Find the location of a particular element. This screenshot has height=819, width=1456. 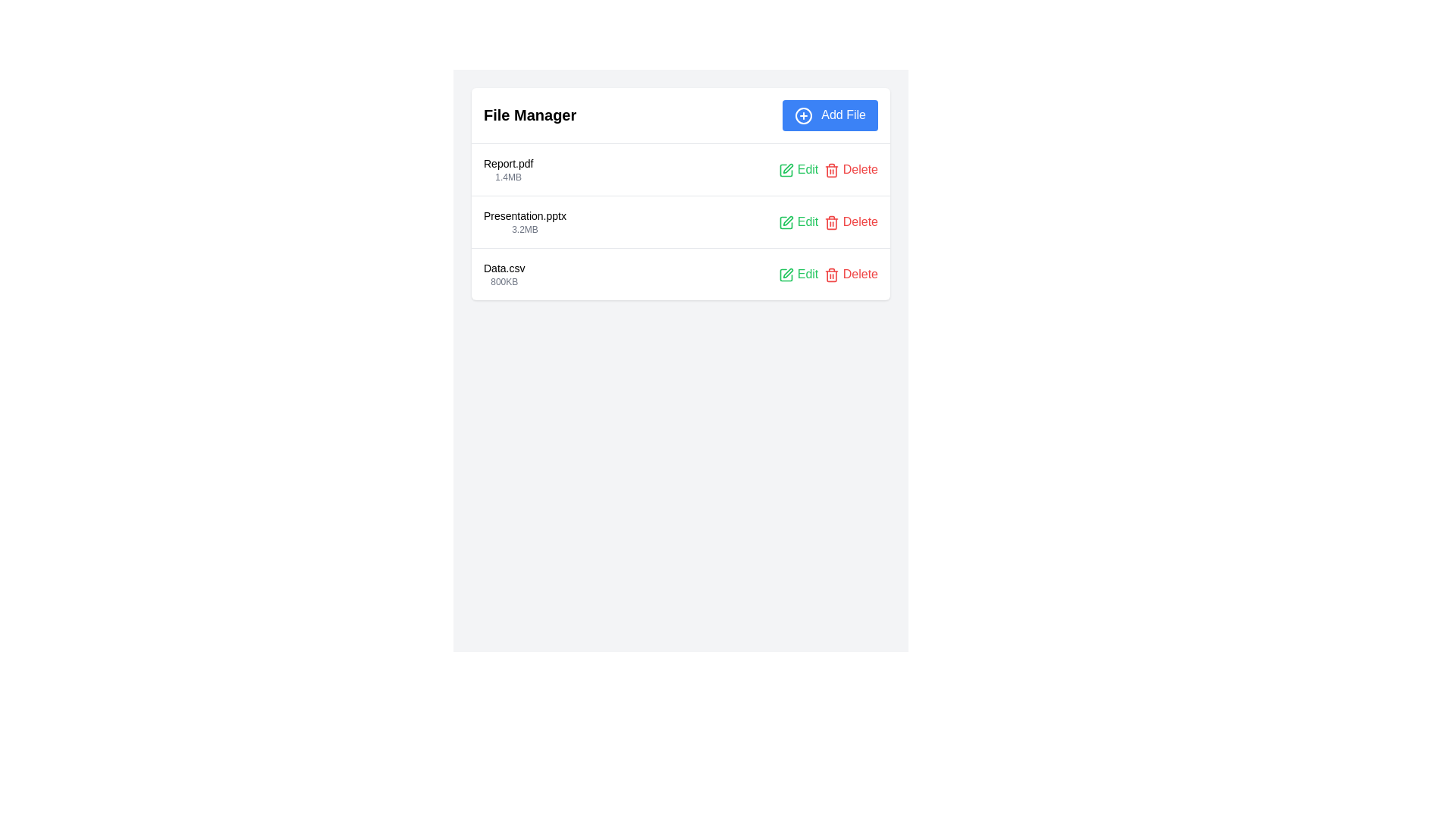

the pen-shaped icon indicating edit functionalities in the 'Edit' button associated with 'Presentation.pptx' is located at coordinates (788, 221).